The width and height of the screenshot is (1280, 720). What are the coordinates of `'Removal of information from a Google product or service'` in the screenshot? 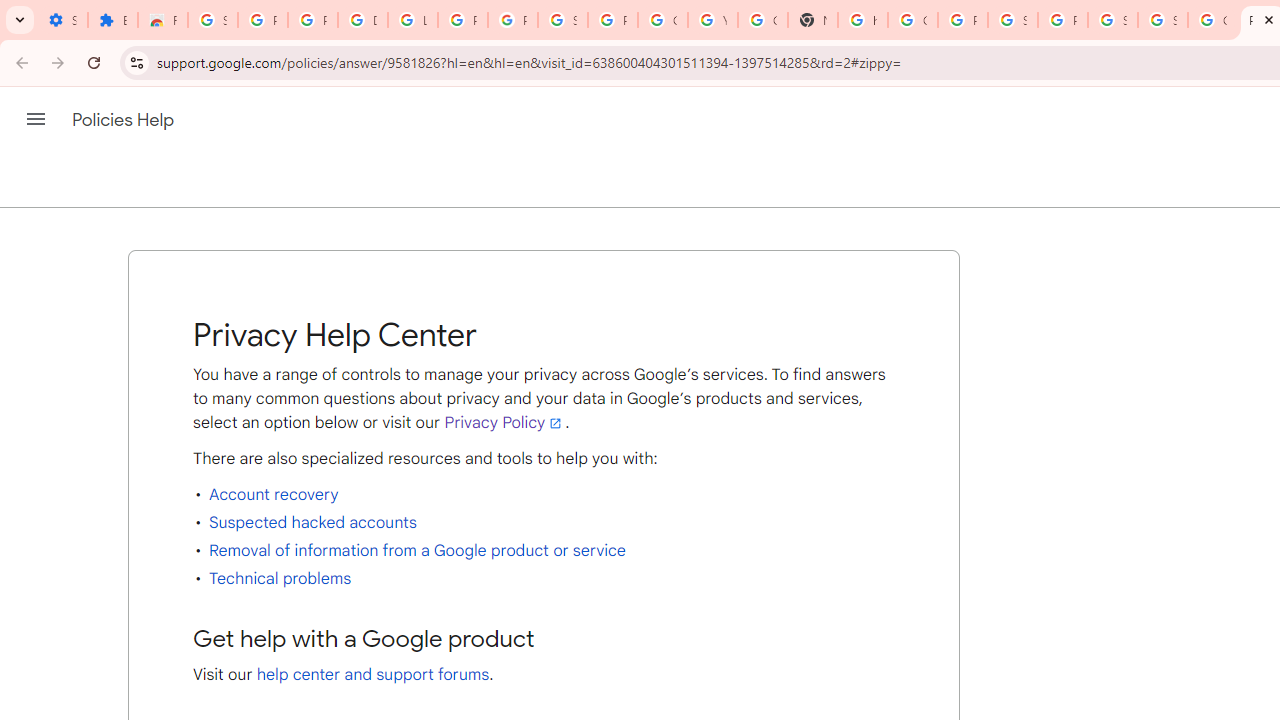 It's located at (416, 550).